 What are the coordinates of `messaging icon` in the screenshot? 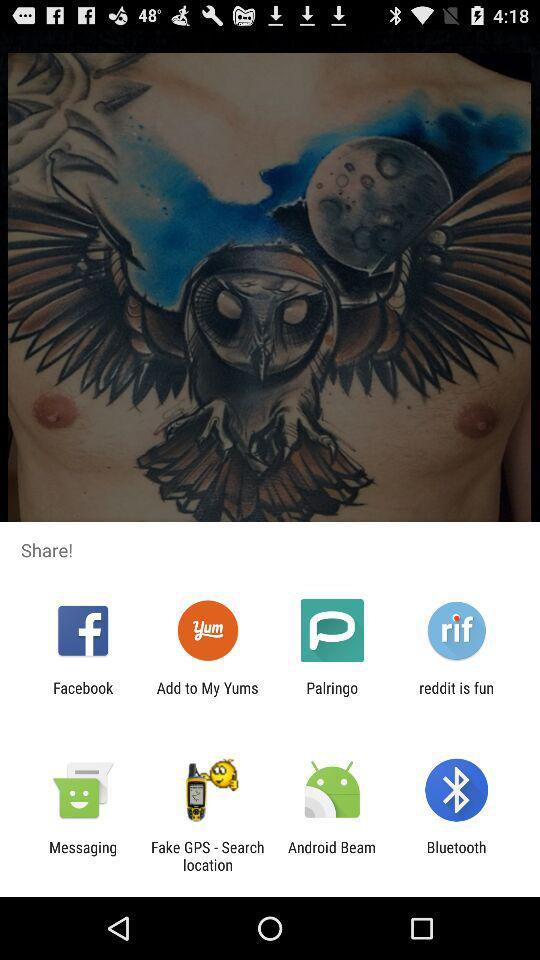 It's located at (82, 855).